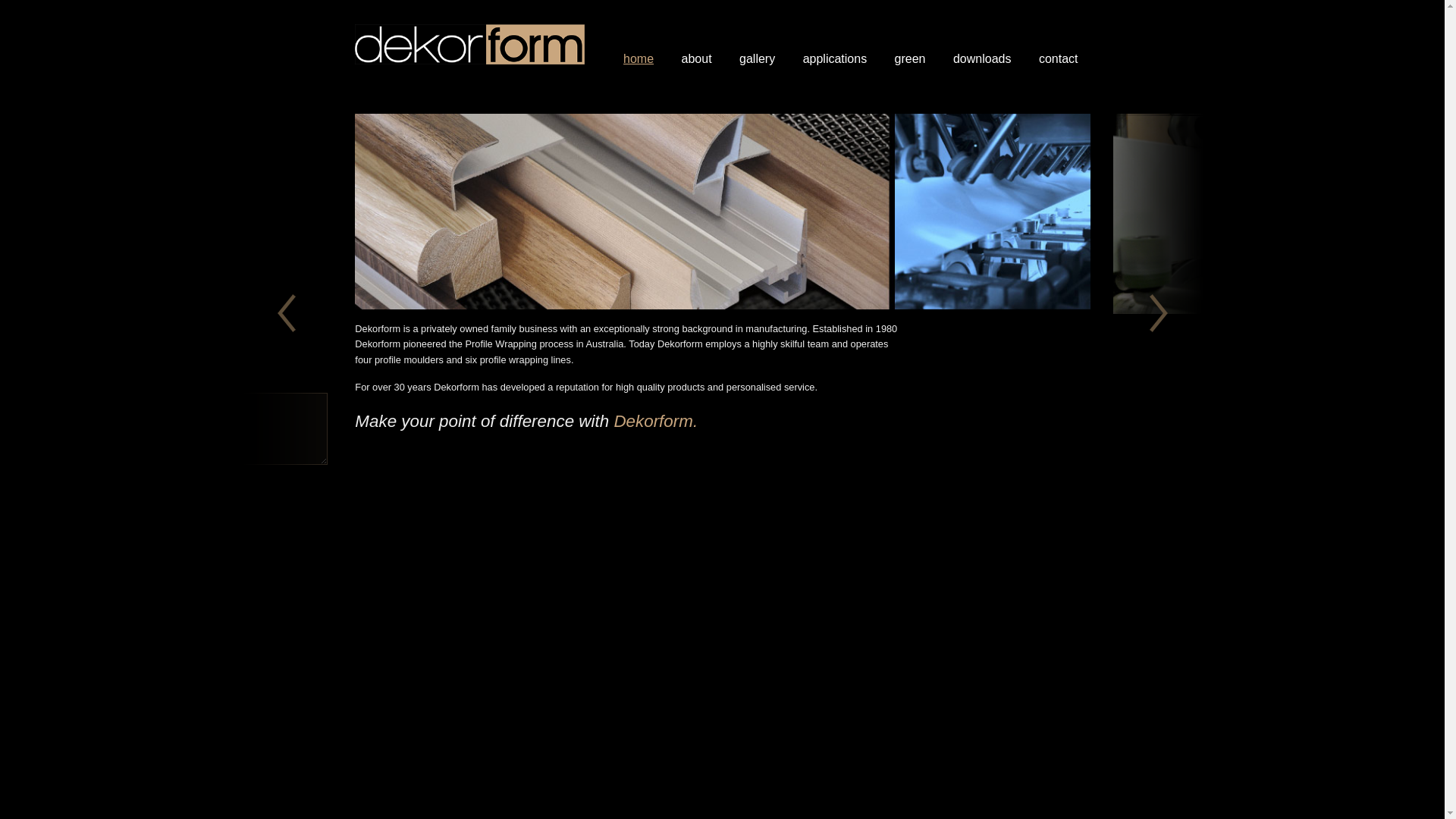  What do you see at coordinates (757, 43) in the screenshot?
I see `'gallery'` at bounding box center [757, 43].